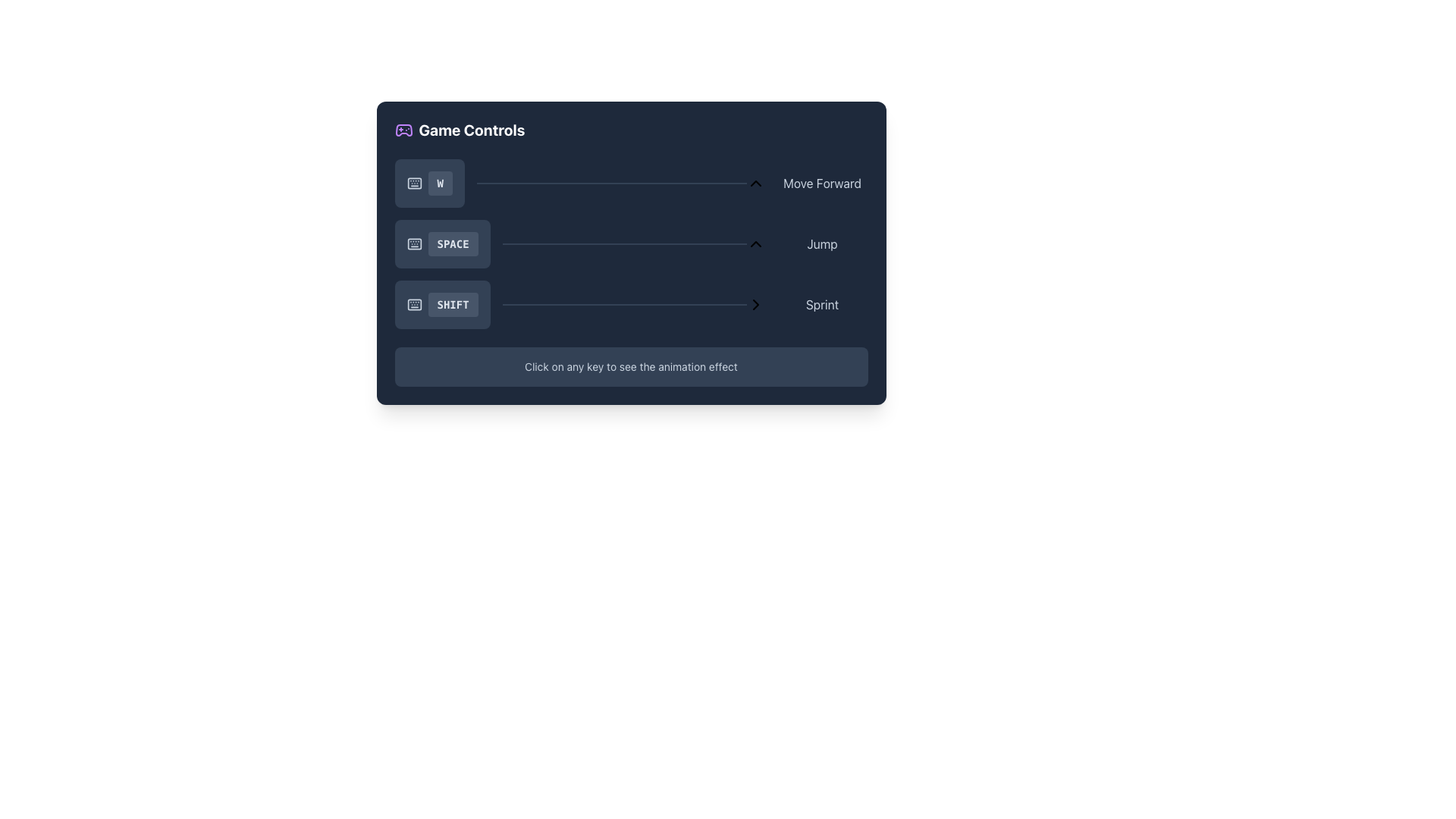  I want to click on the 'Jump' keybinding button, located between the 'W' button above and the 'SHIFT' button below in the Game Controls section, so click(441, 243).